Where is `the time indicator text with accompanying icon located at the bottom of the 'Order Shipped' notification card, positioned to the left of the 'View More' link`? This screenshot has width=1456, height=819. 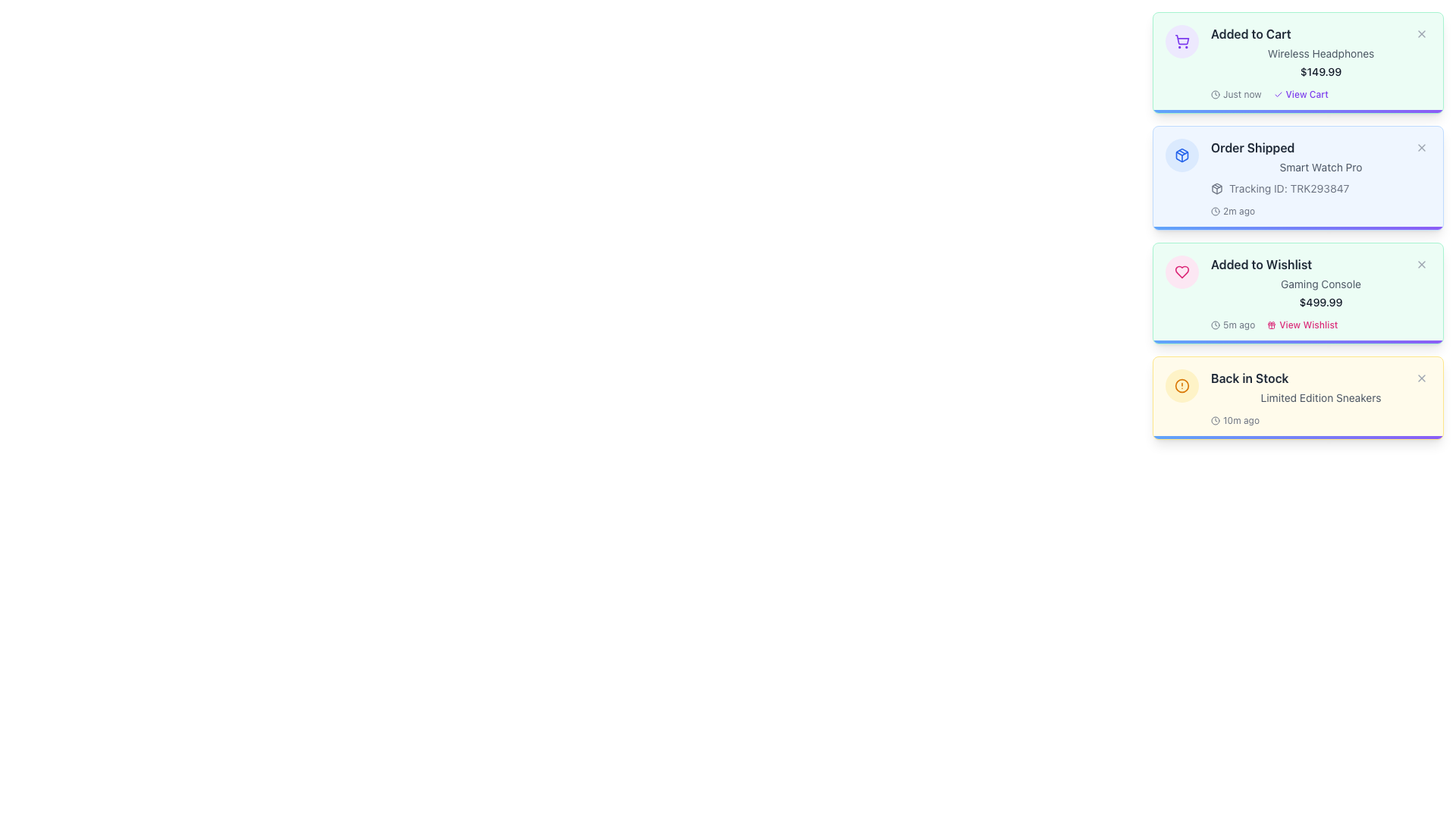 the time indicator text with accompanying icon located at the bottom of the 'Order Shipped' notification card, positioned to the left of the 'View More' link is located at coordinates (1233, 211).